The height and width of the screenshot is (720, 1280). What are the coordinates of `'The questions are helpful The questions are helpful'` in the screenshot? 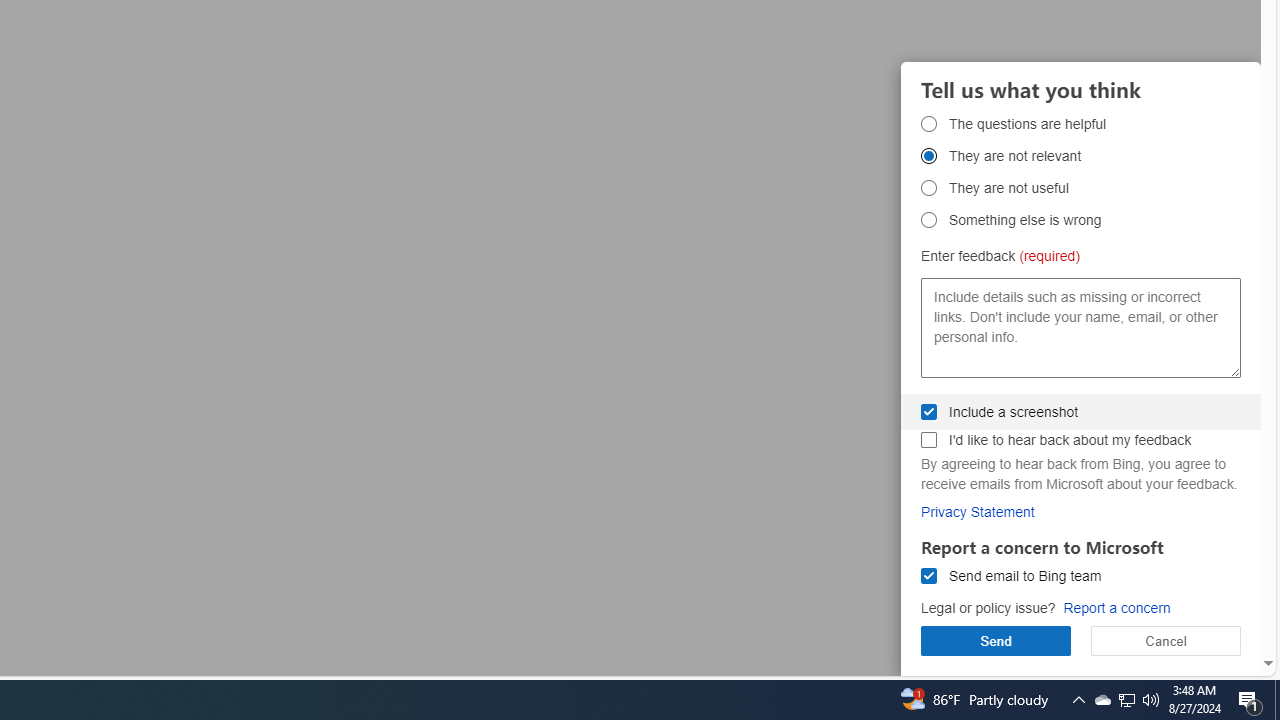 It's located at (928, 123).